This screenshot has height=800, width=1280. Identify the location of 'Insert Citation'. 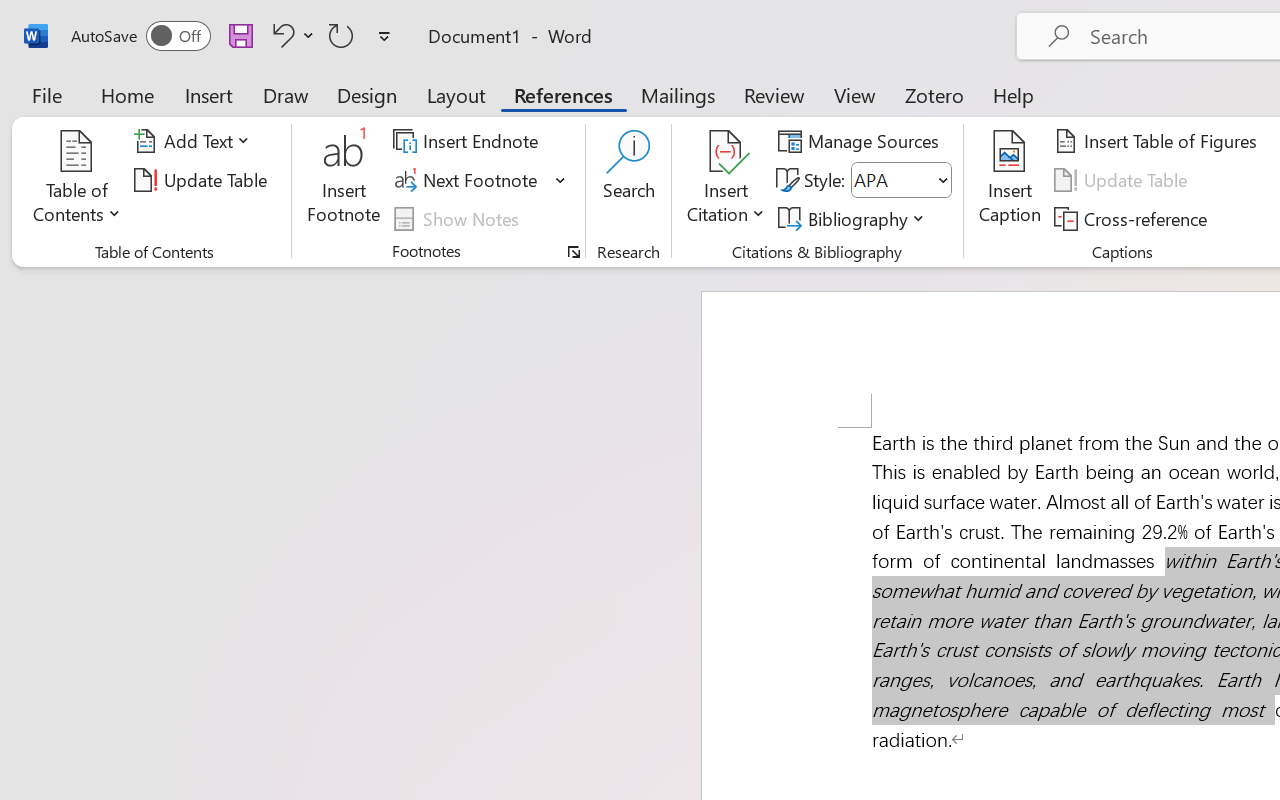
(725, 179).